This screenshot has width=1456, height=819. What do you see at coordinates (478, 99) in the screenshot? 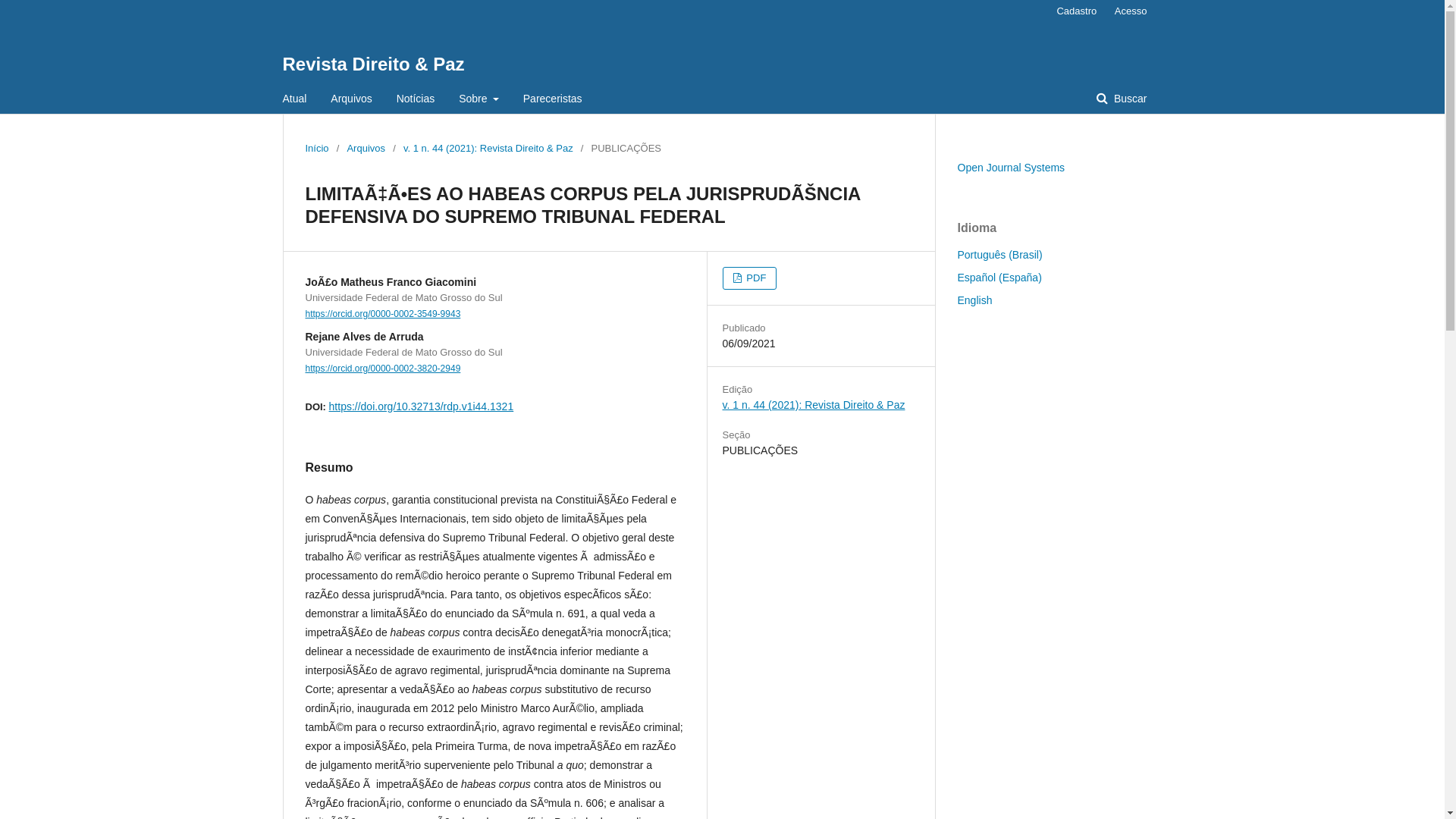
I see `'Sobre'` at bounding box center [478, 99].